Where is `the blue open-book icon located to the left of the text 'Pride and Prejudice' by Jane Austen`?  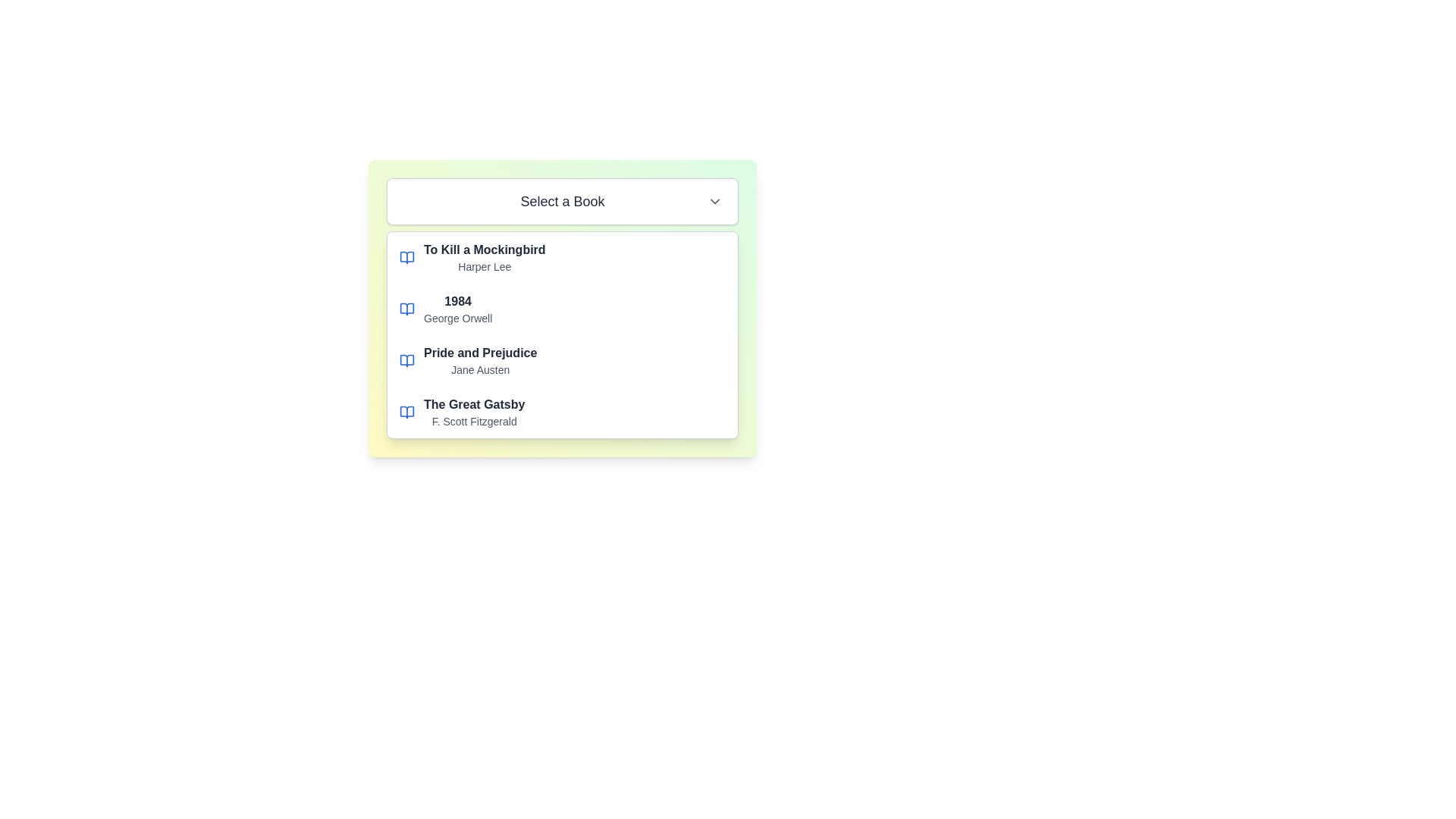
the blue open-book icon located to the left of the text 'Pride and Prejudice' by Jane Austen is located at coordinates (407, 360).